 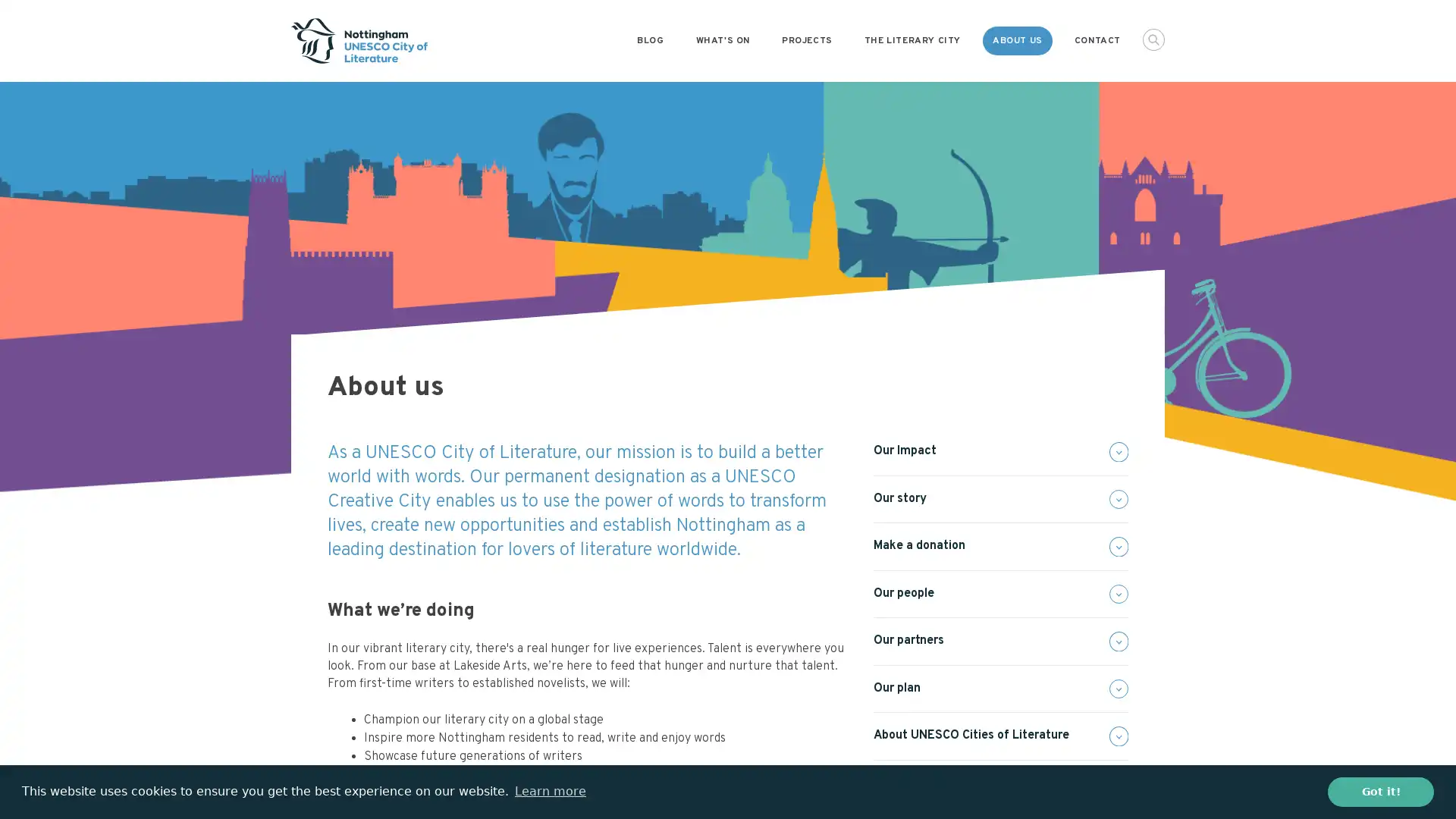 What do you see at coordinates (1380, 791) in the screenshot?
I see `dismiss cookie message` at bounding box center [1380, 791].